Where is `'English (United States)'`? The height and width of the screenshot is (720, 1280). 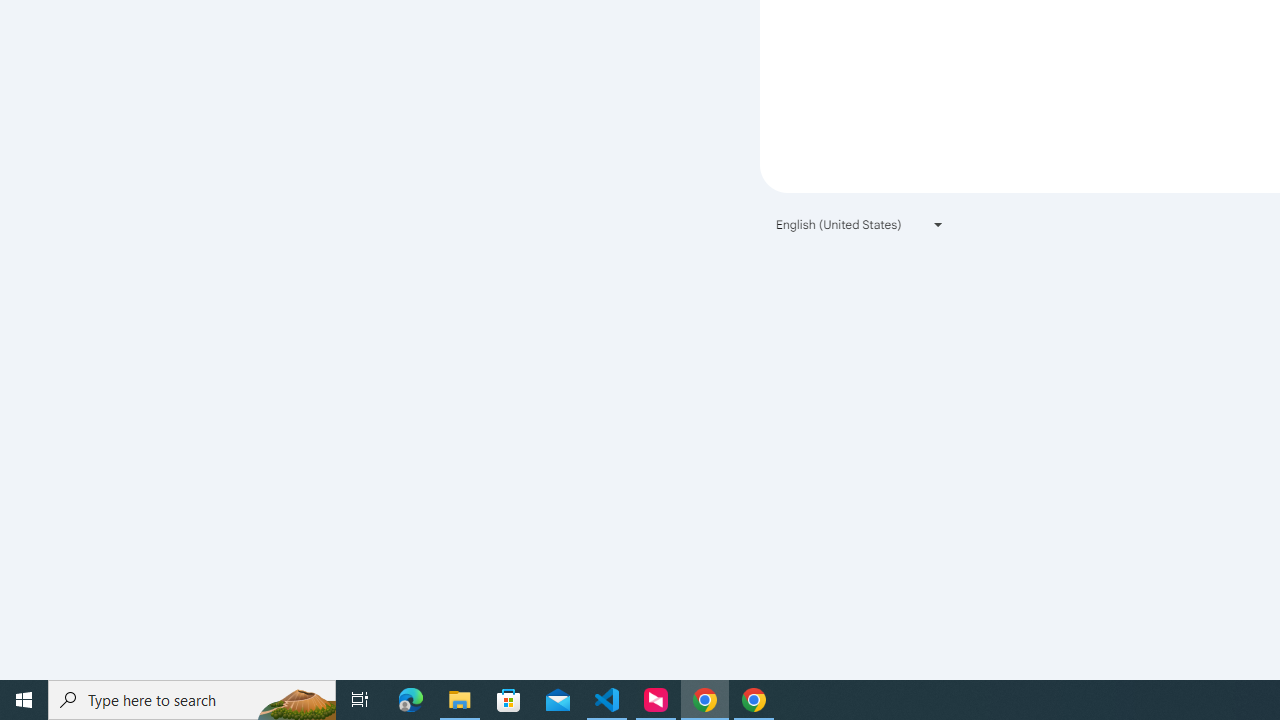 'English (United States)' is located at coordinates (860, 224).